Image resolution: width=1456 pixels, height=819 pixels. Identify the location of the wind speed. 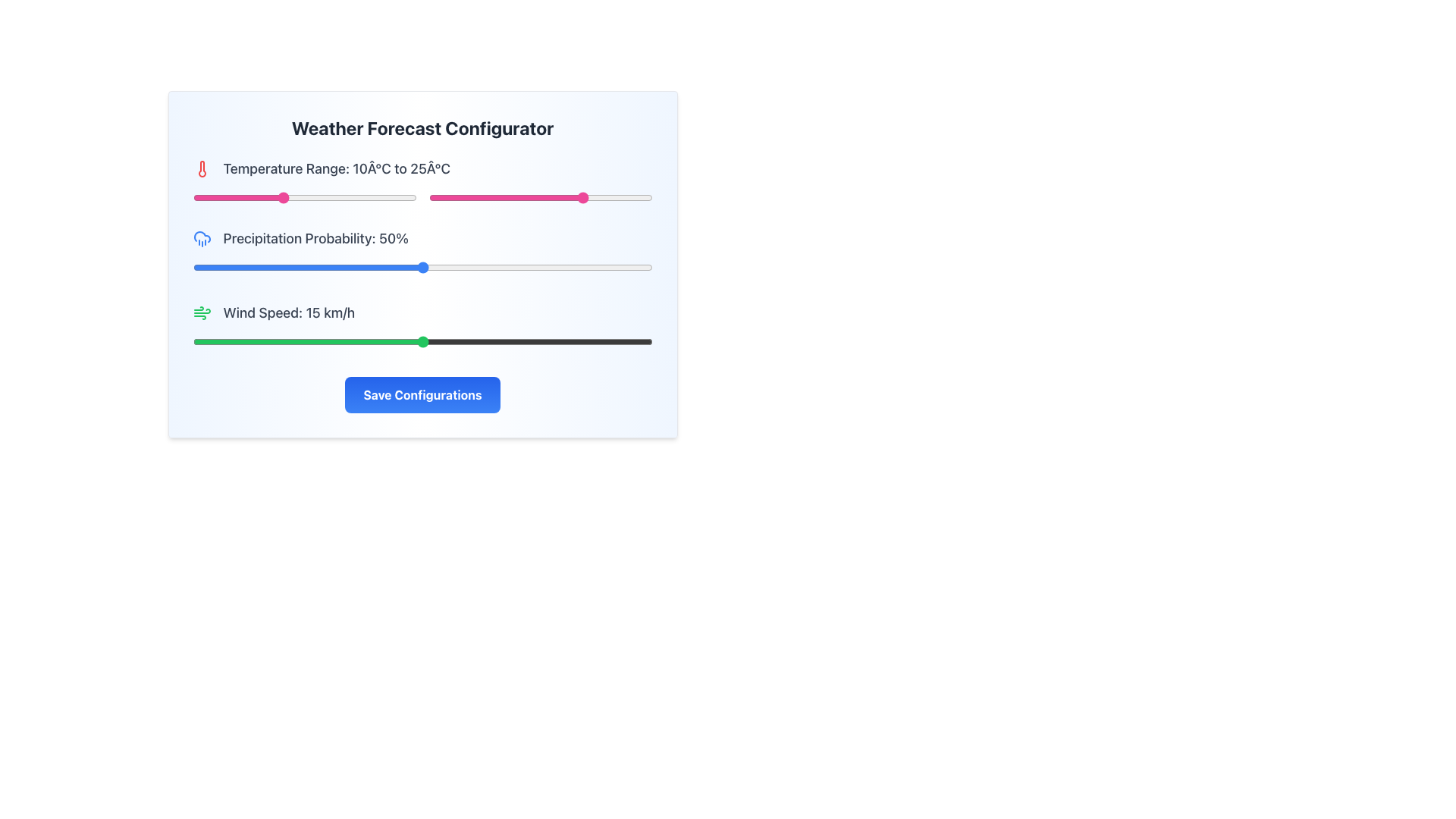
(300, 342).